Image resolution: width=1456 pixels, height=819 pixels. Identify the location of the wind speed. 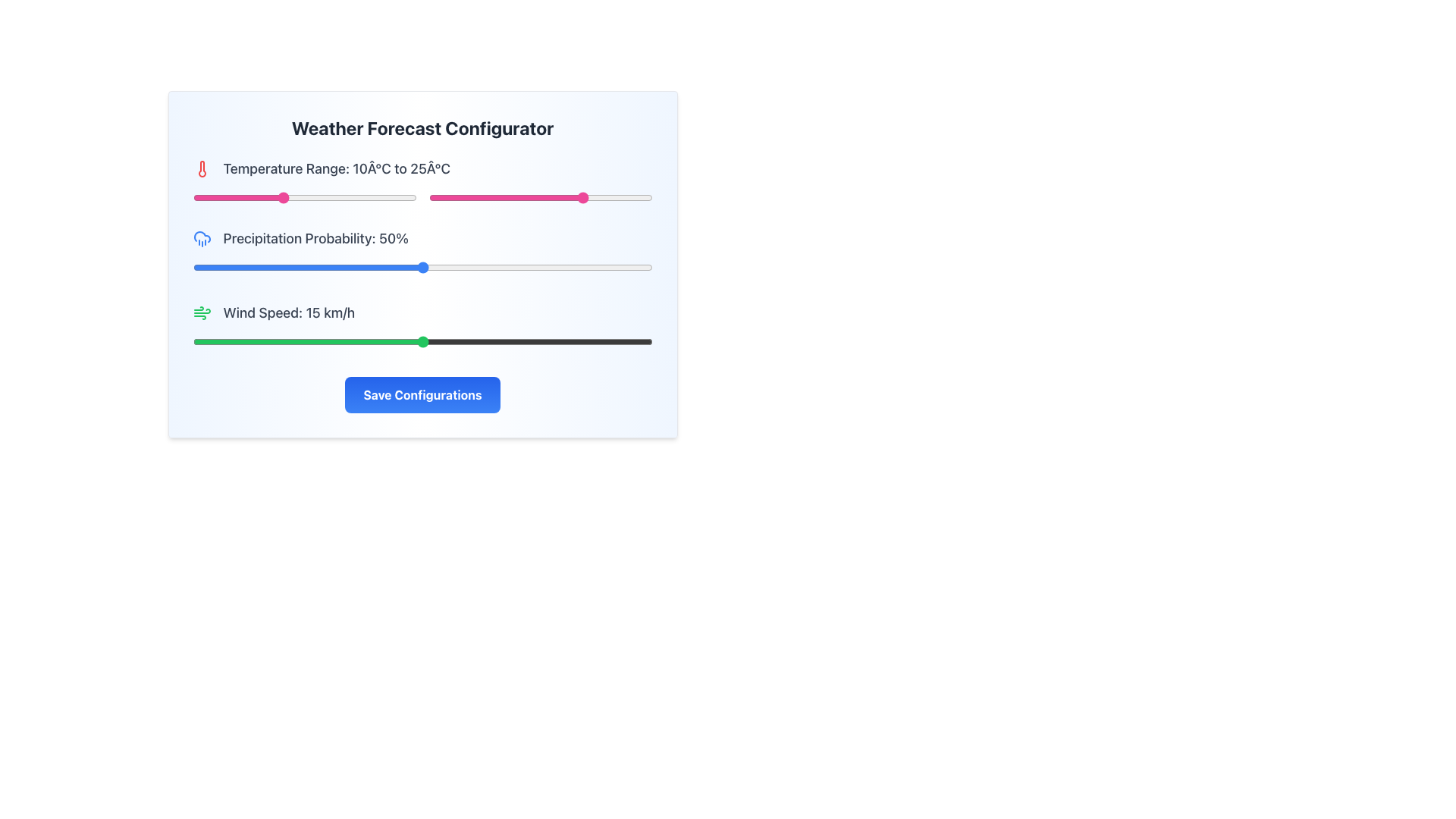
(300, 342).